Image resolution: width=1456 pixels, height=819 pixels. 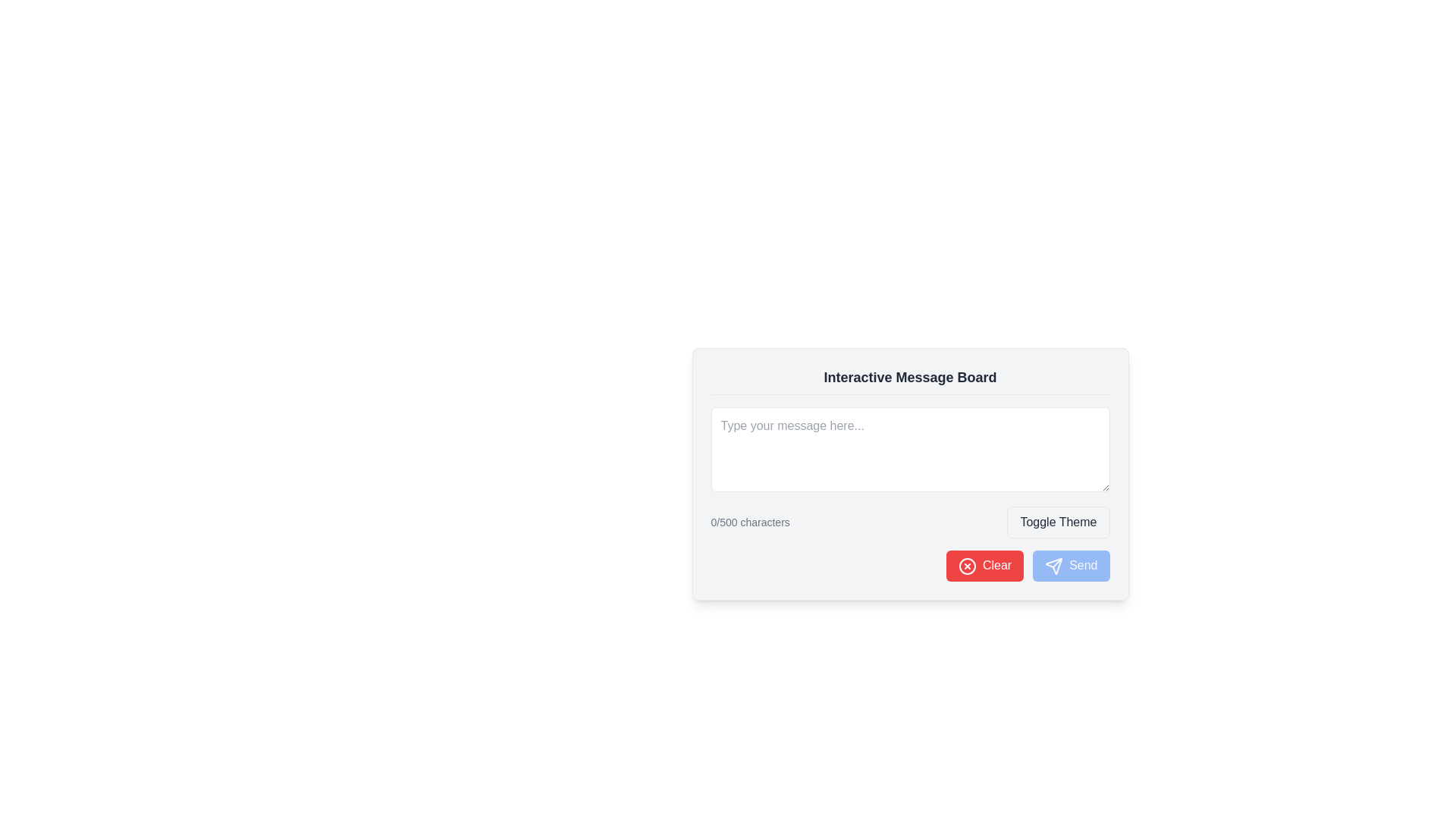 What do you see at coordinates (985, 565) in the screenshot?
I see `the red rectangular button with rounded corners labeled 'Clear'` at bounding box center [985, 565].